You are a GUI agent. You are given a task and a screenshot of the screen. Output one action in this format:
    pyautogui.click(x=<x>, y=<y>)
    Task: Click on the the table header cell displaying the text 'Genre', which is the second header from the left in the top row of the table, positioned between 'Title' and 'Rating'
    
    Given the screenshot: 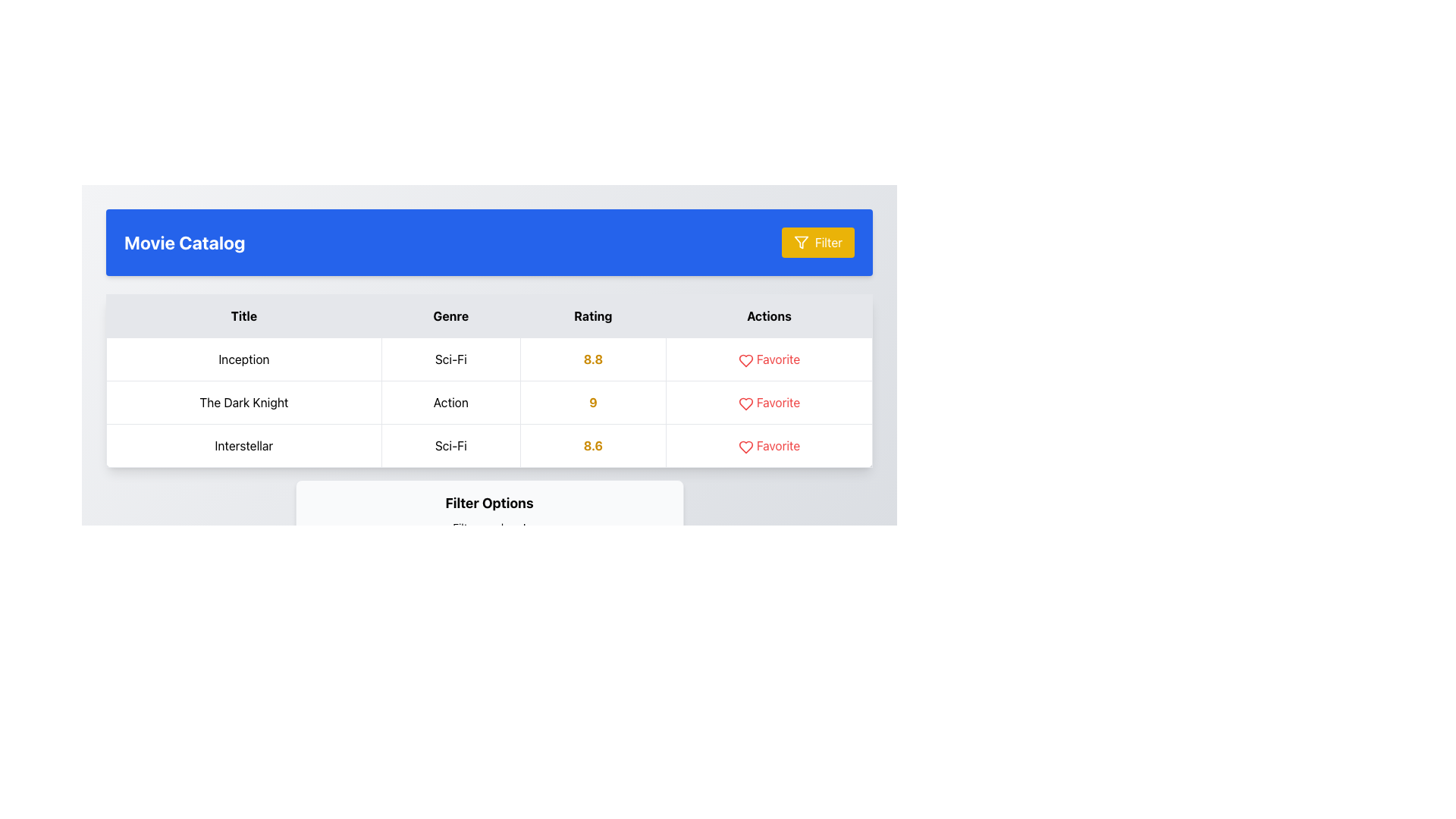 What is the action you would take?
    pyautogui.click(x=450, y=315)
    